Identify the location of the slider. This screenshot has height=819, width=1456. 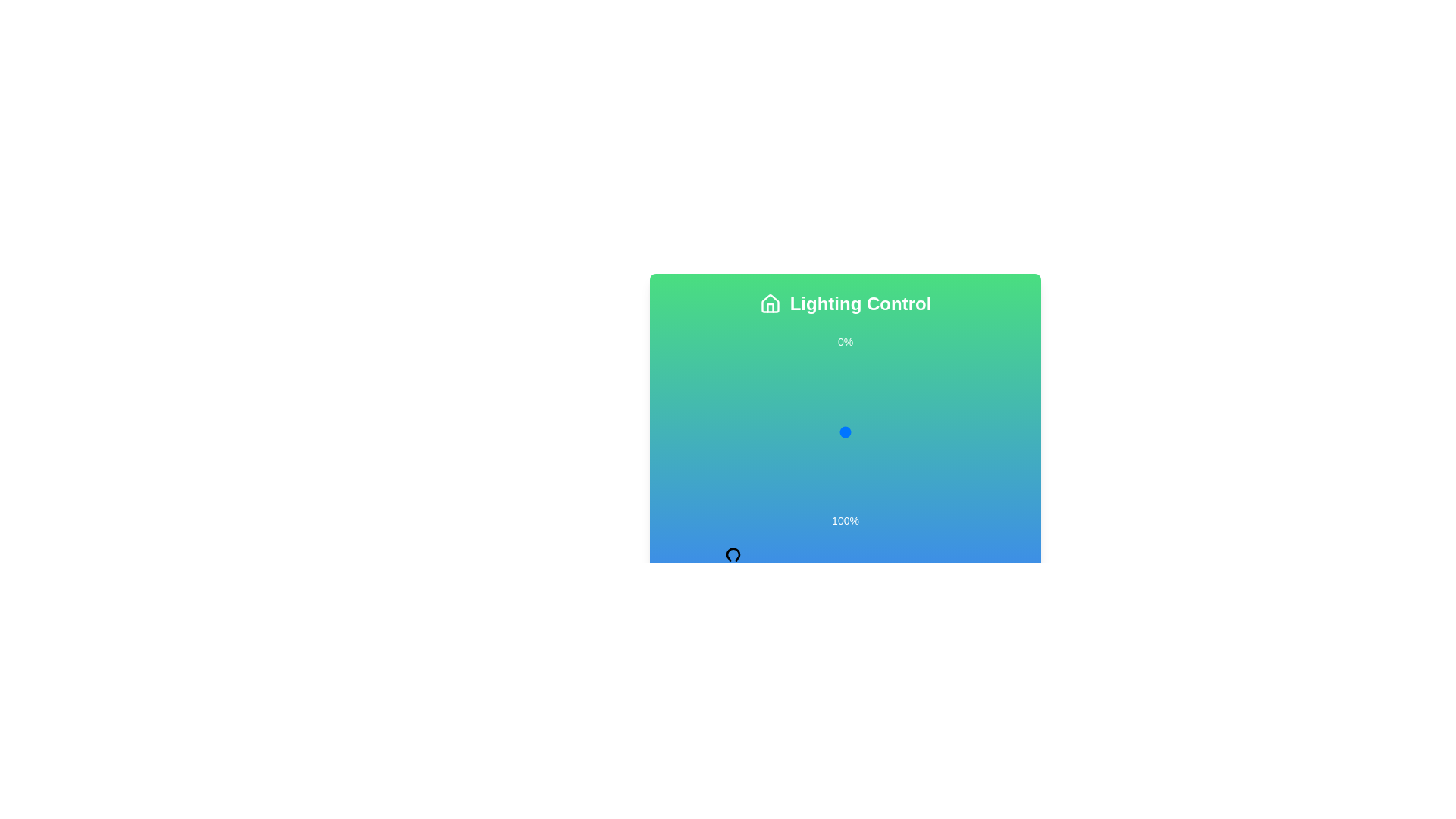
(844, 430).